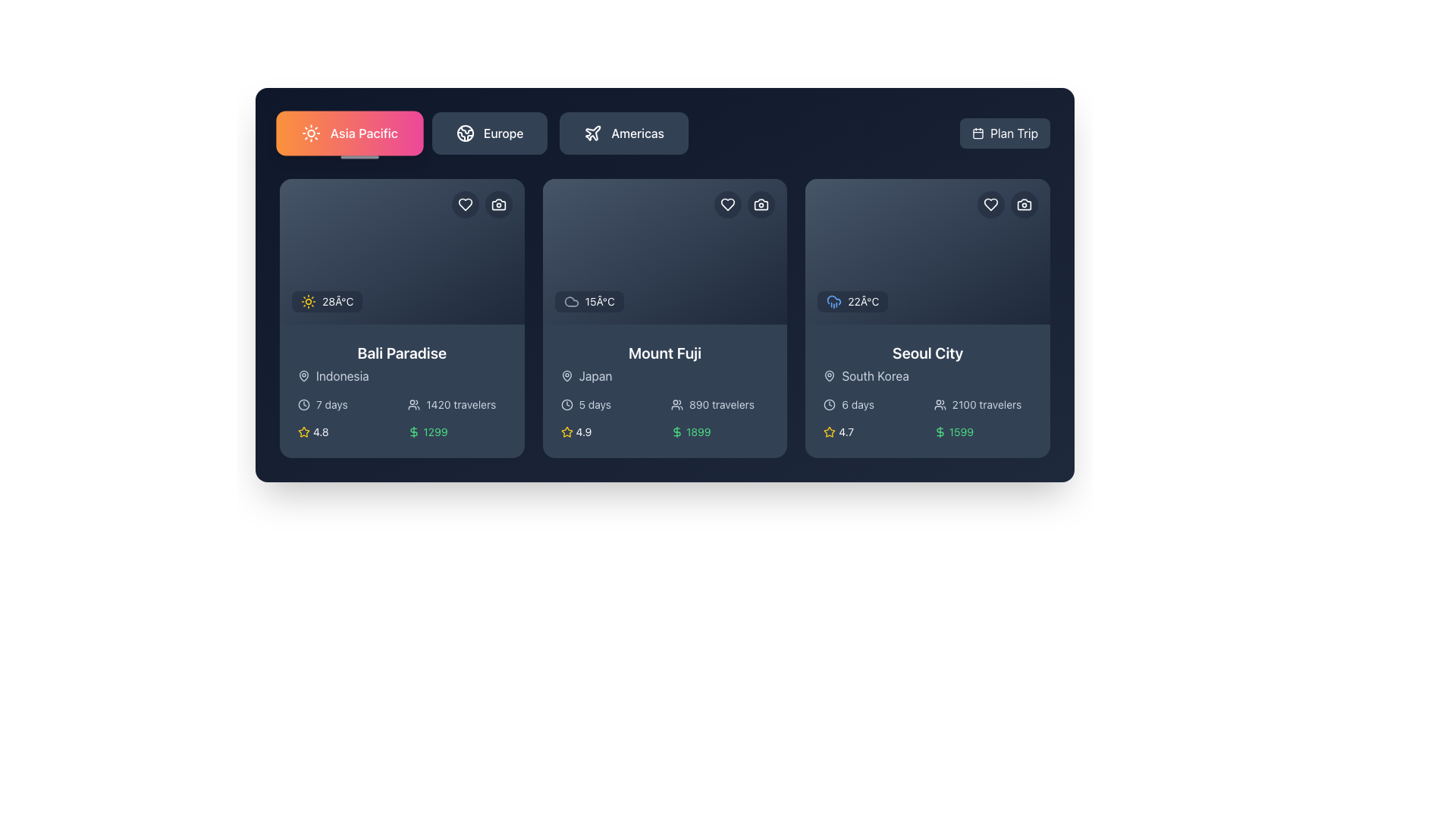 The width and height of the screenshot is (1456, 819). Describe the element at coordinates (303, 375) in the screenshot. I see `the location icon in the first card, positioned near the top-left corner, indicating geographical locations on the map` at that location.